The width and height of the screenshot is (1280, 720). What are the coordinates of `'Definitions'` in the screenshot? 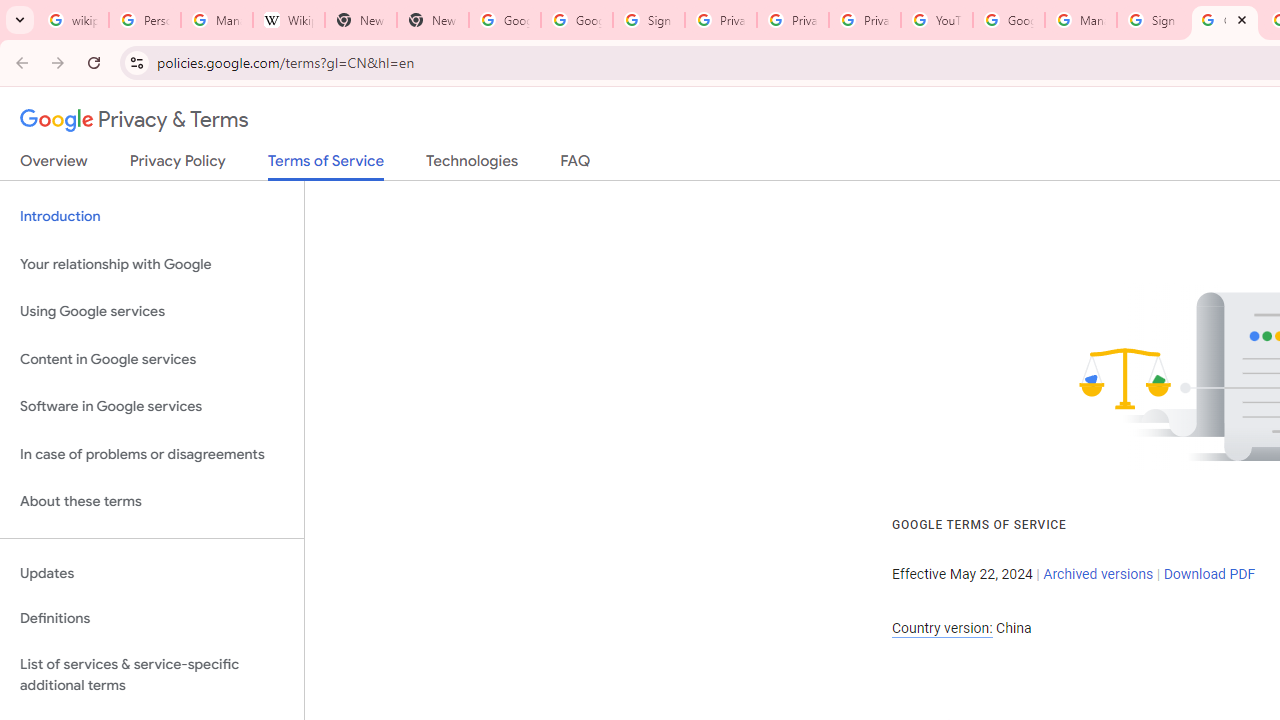 It's located at (151, 618).